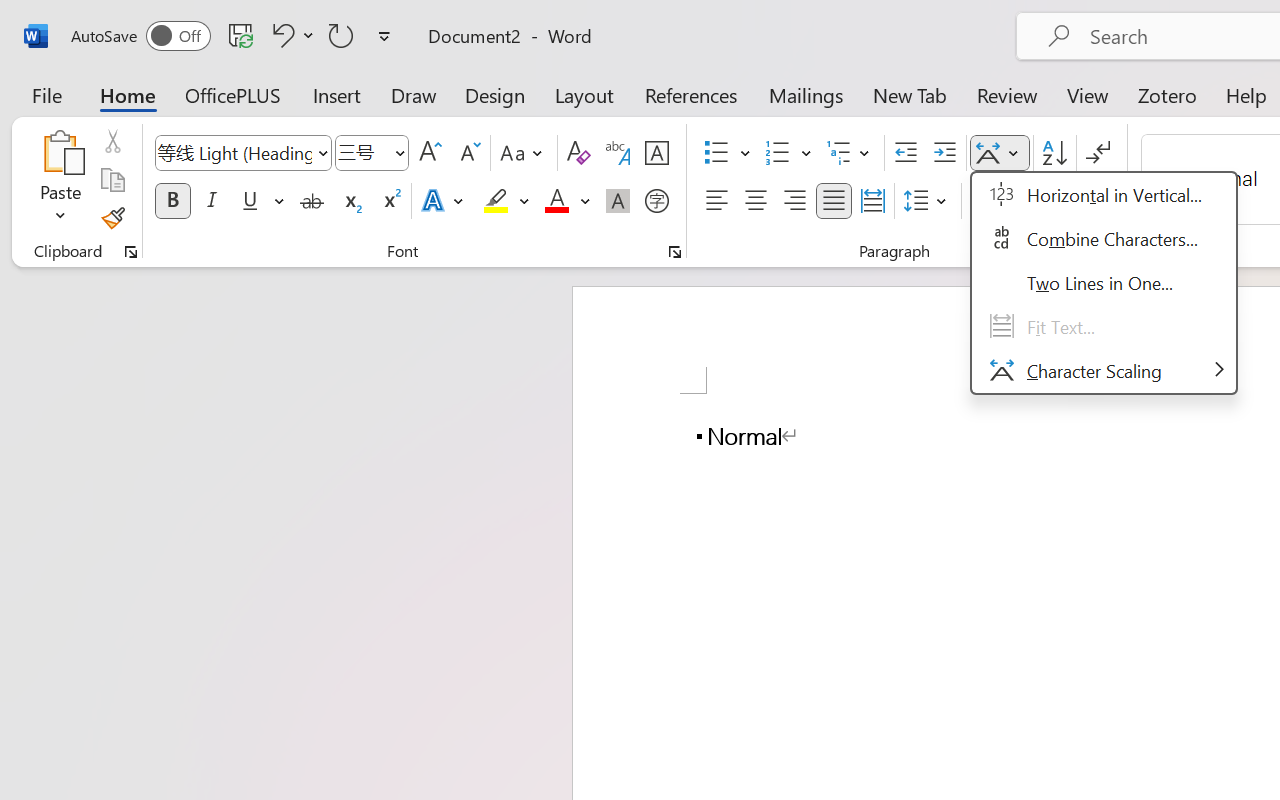 This screenshot has height=800, width=1280. I want to click on 'New Tab', so click(909, 94).